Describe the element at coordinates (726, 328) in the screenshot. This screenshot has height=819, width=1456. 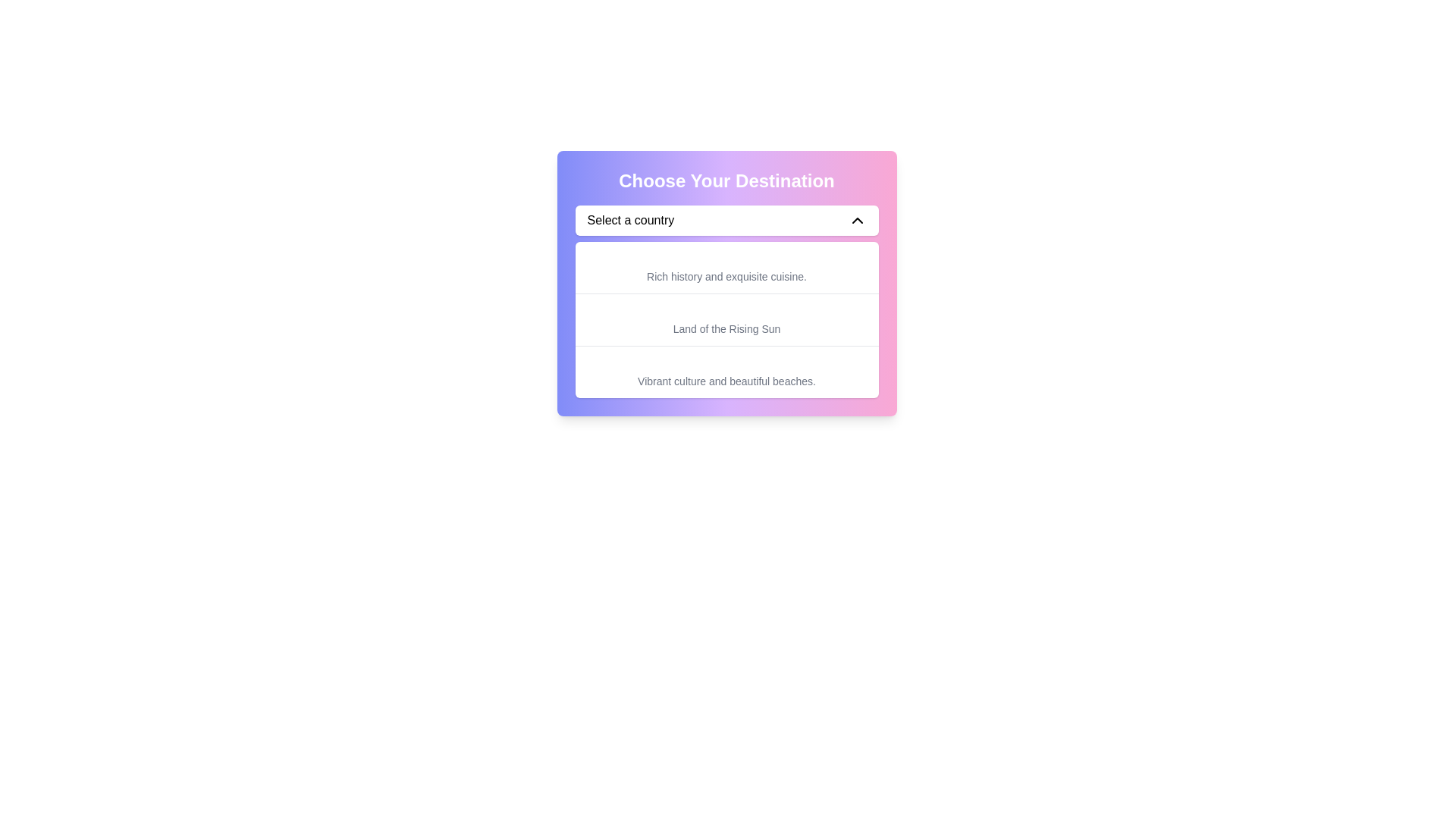
I see `the static text label that provides additional context about 'Japan', which reads 'Land of the Rising Sun'` at that location.